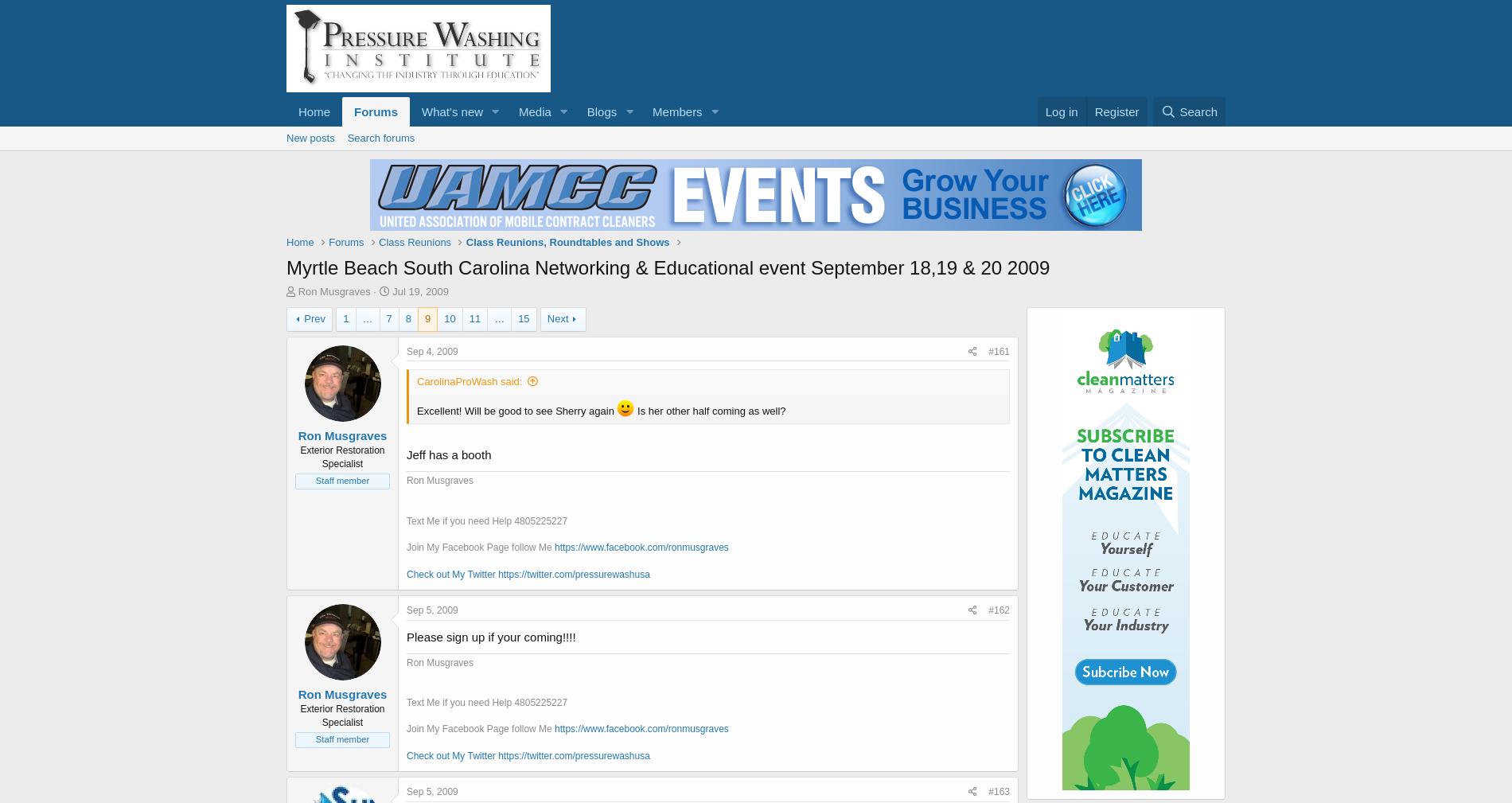 This screenshot has width=1512, height=803. What do you see at coordinates (450, 318) in the screenshot?
I see `'10'` at bounding box center [450, 318].